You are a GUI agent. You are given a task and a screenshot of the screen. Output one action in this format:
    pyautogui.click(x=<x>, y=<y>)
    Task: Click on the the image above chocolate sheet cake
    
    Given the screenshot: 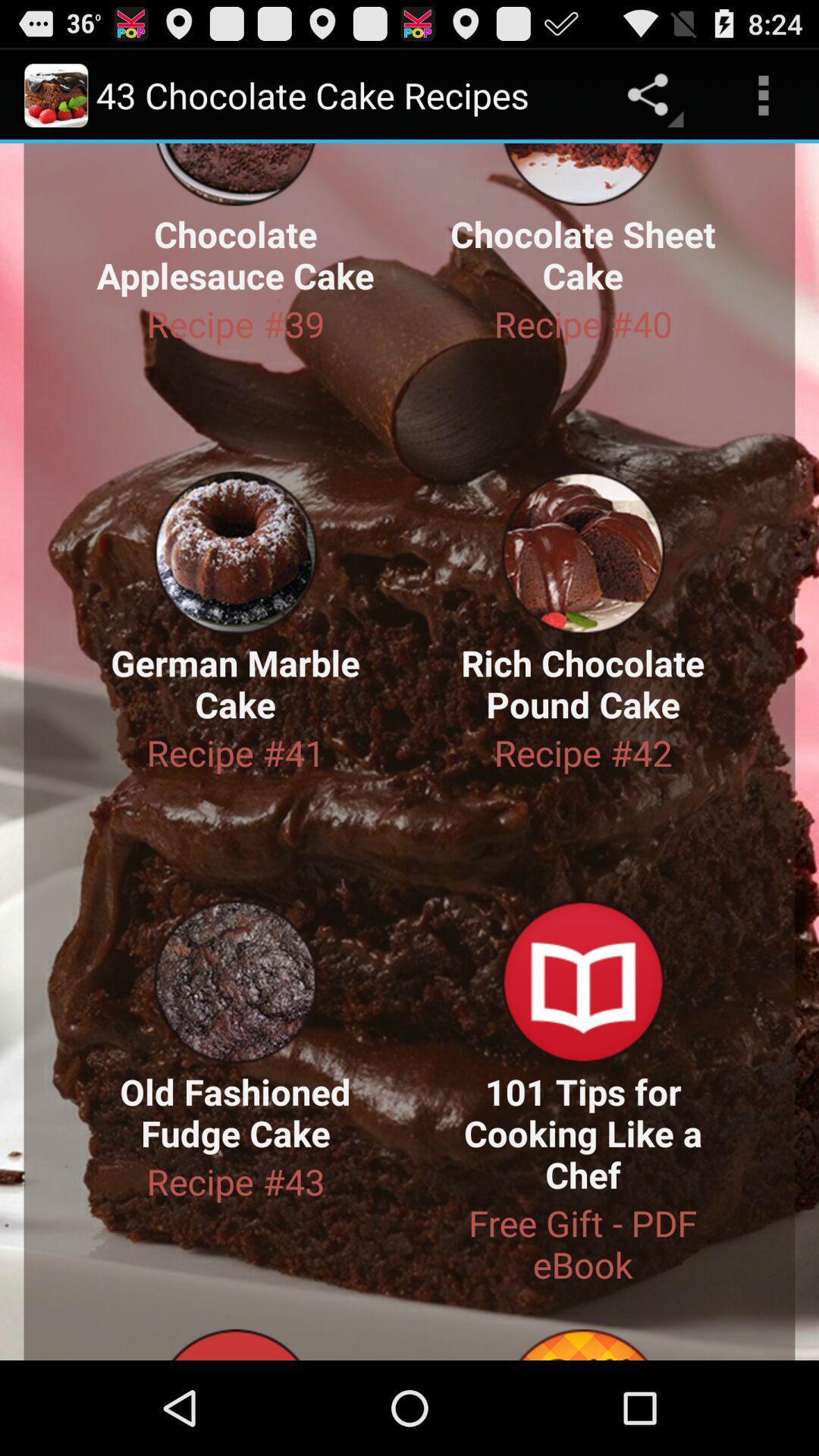 What is the action you would take?
    pyautogui.click(x=582, y=174)
    